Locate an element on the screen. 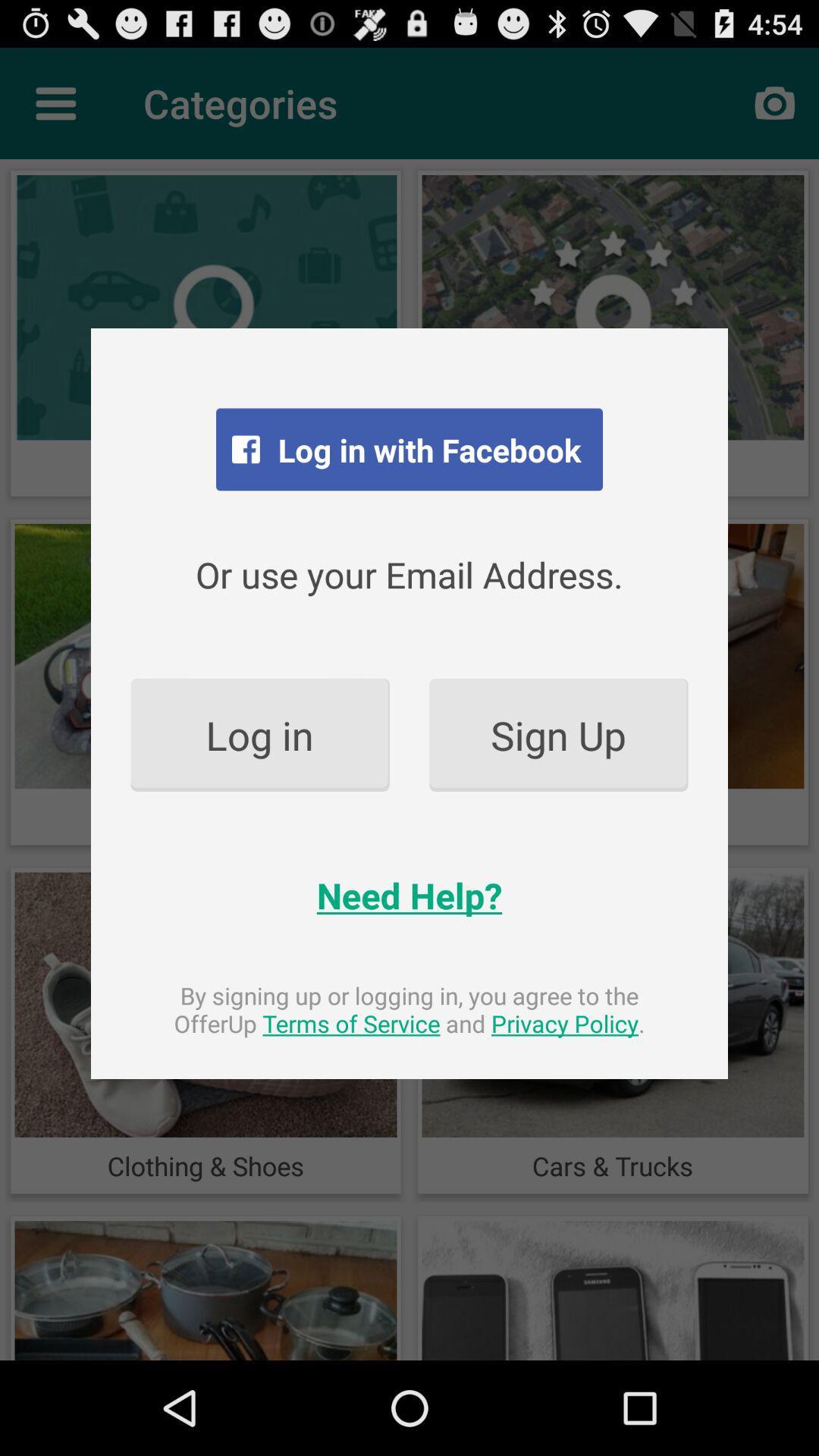 The height and width of the screenshot is (1456, 819). the sign up on the right is located at coordinates (558, 735).